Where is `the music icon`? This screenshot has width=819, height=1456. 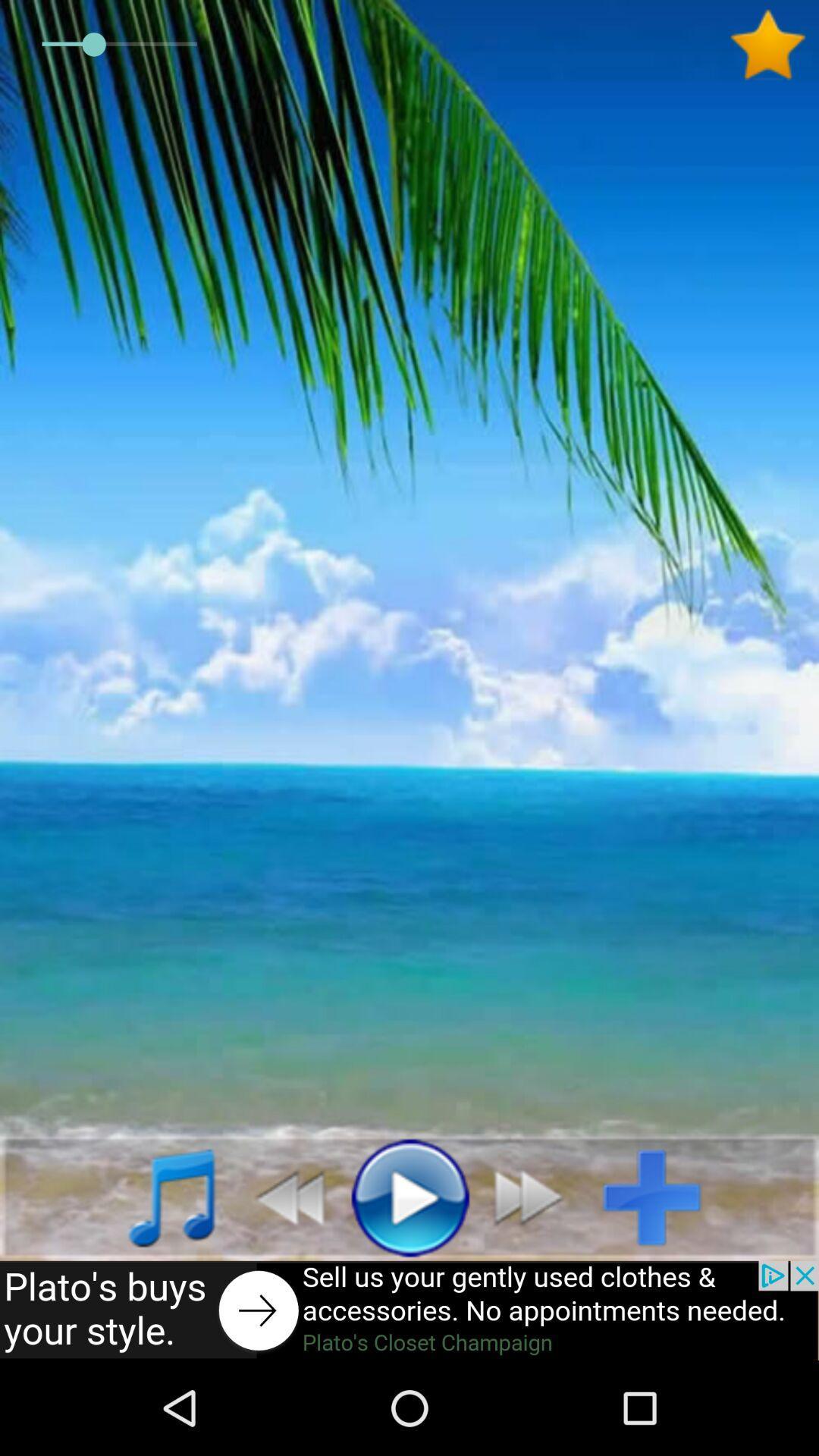
the music icon is located at coordinates (155, 1196).